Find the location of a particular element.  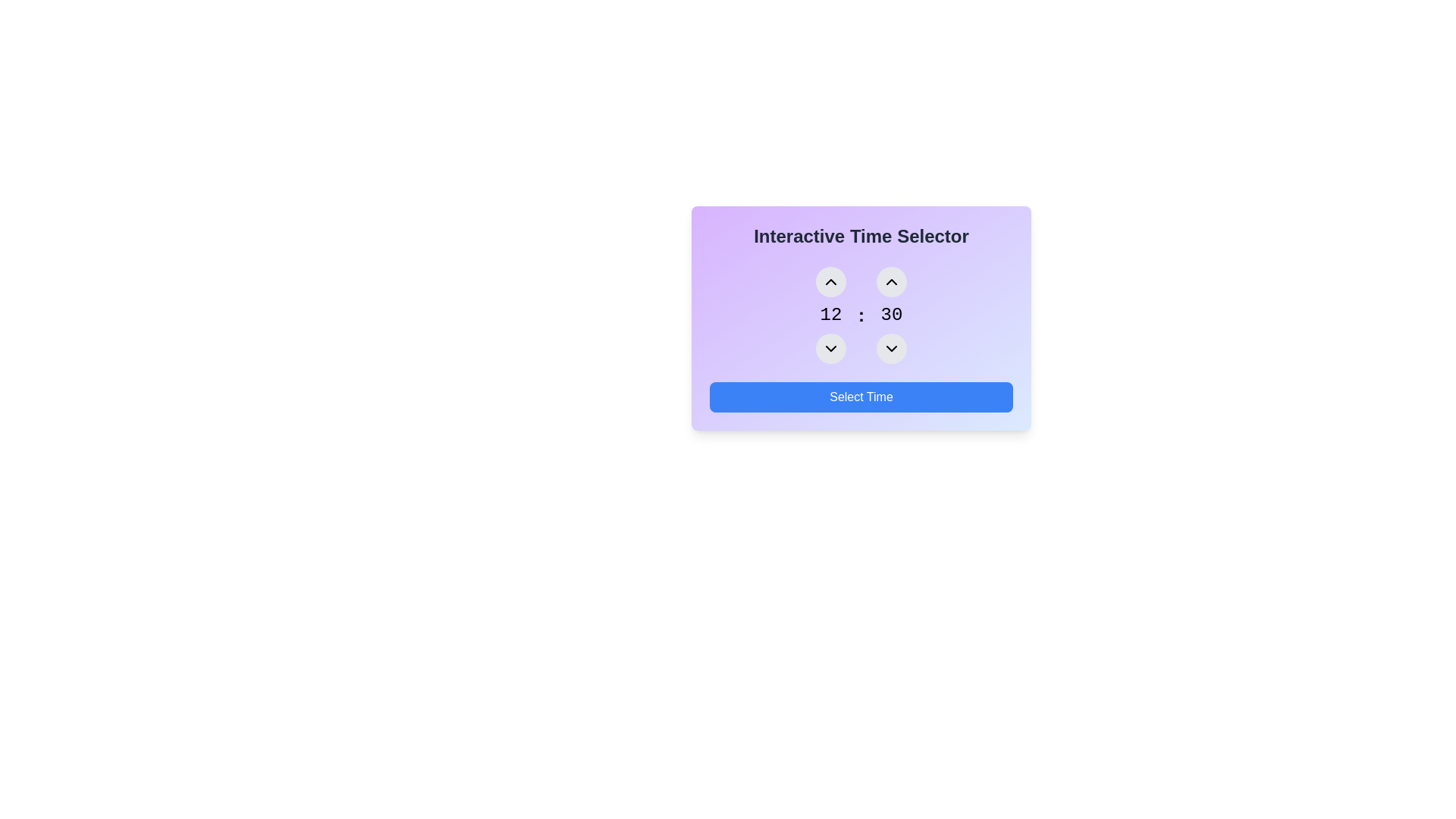

the 'Select Time' button with a blue background and white text to confirm the selected time is located at coordinates (861, 397).